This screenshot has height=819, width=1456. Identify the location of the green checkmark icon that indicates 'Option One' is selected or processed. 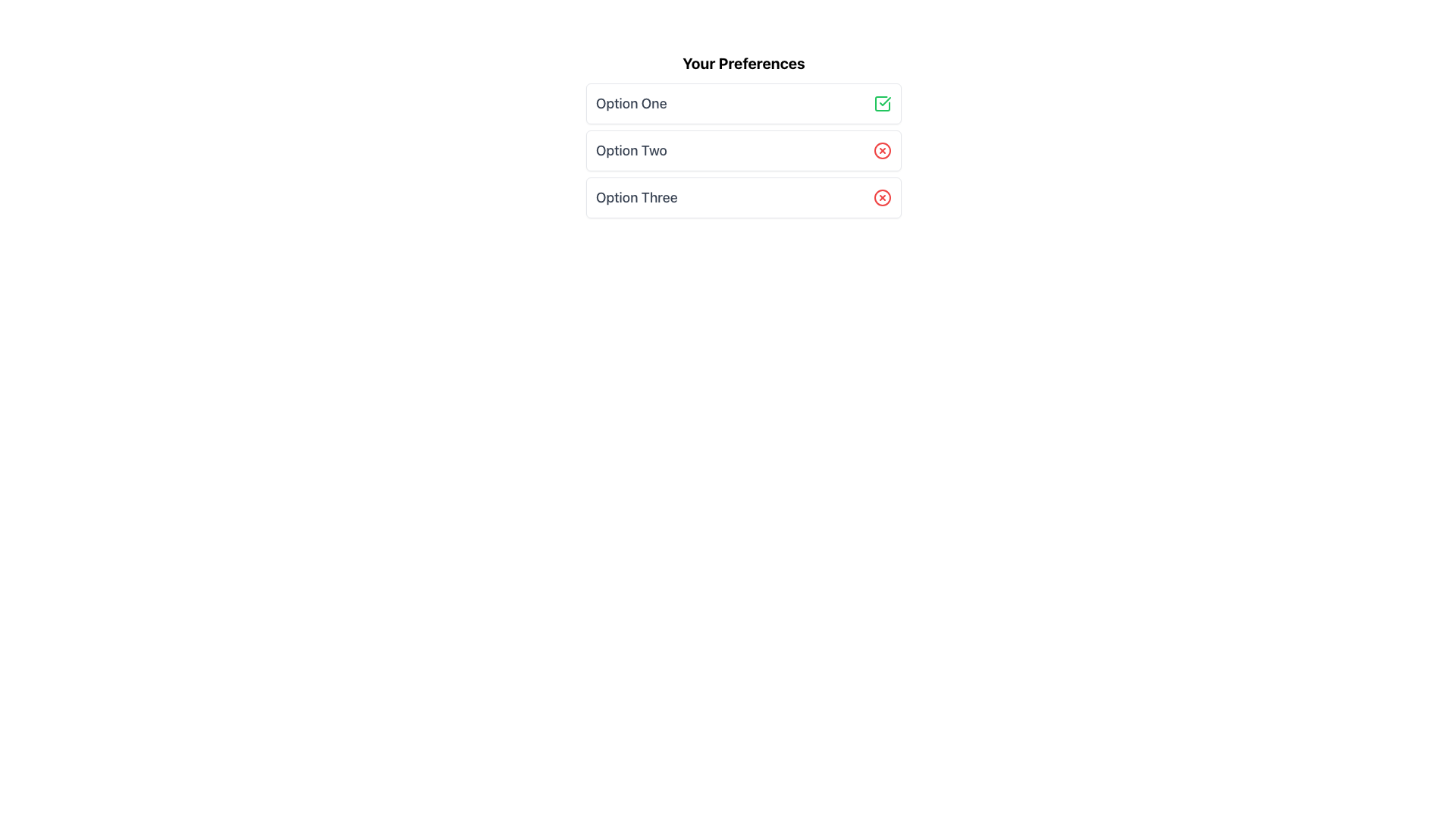
(885, 102).